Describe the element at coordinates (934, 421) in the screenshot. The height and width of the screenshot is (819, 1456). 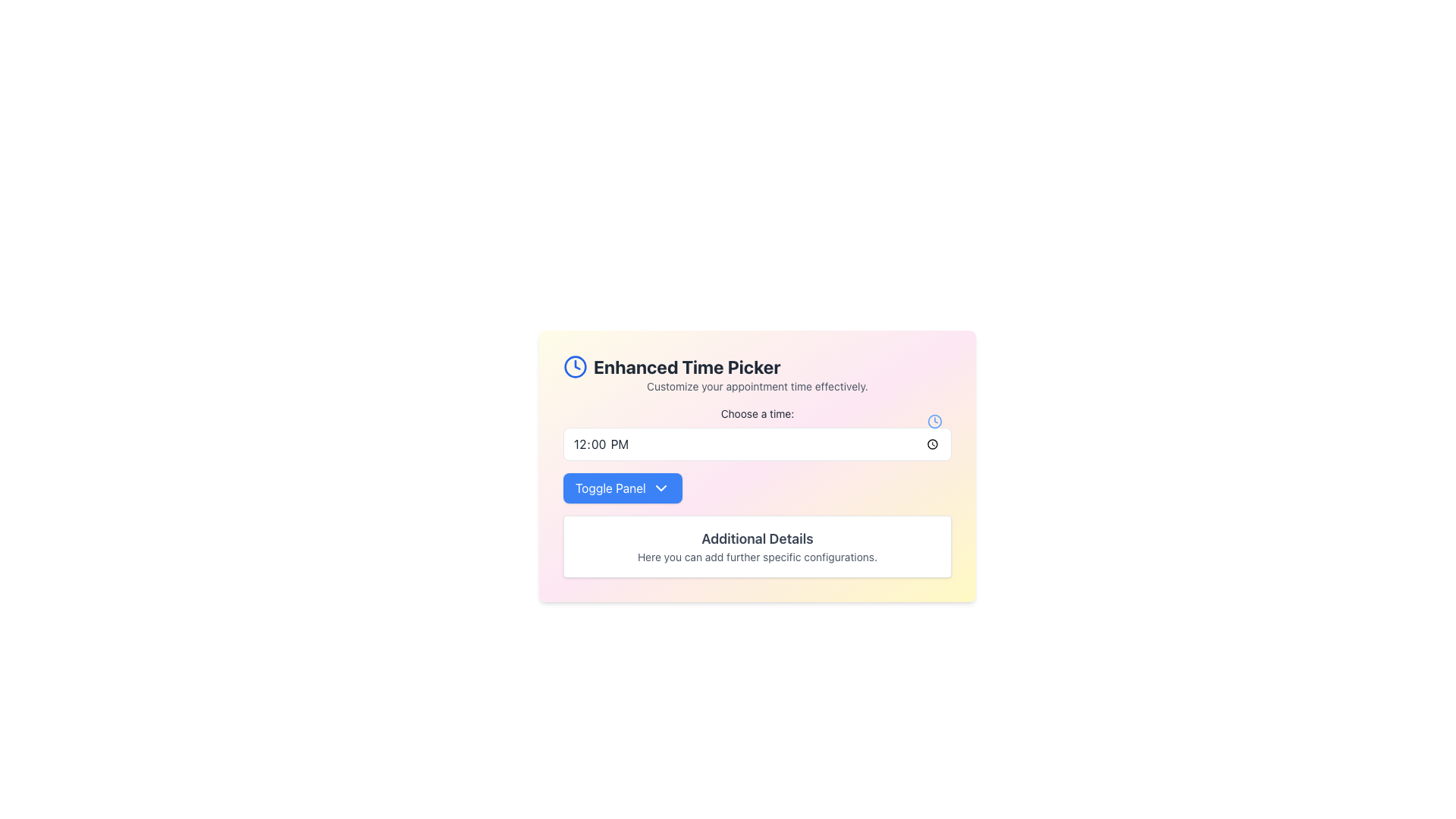
I see `the SVG Circle Element that resembles a clock symbol, located at the center of the clock icon in the upper right corner of the 'Choose a time:' label section` at that location.